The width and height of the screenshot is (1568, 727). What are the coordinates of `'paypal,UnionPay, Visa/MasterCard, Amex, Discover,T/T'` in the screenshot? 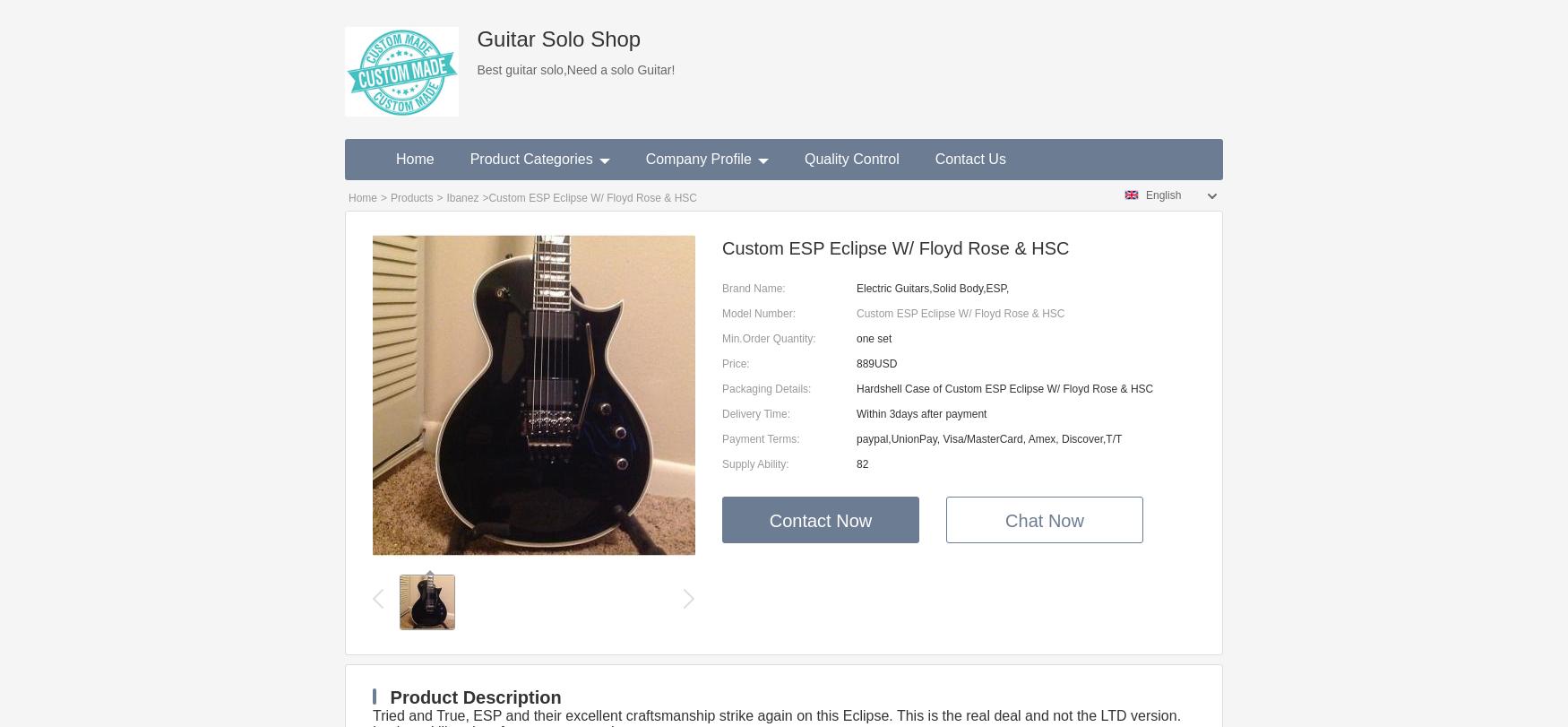 It's located at (857, 438).